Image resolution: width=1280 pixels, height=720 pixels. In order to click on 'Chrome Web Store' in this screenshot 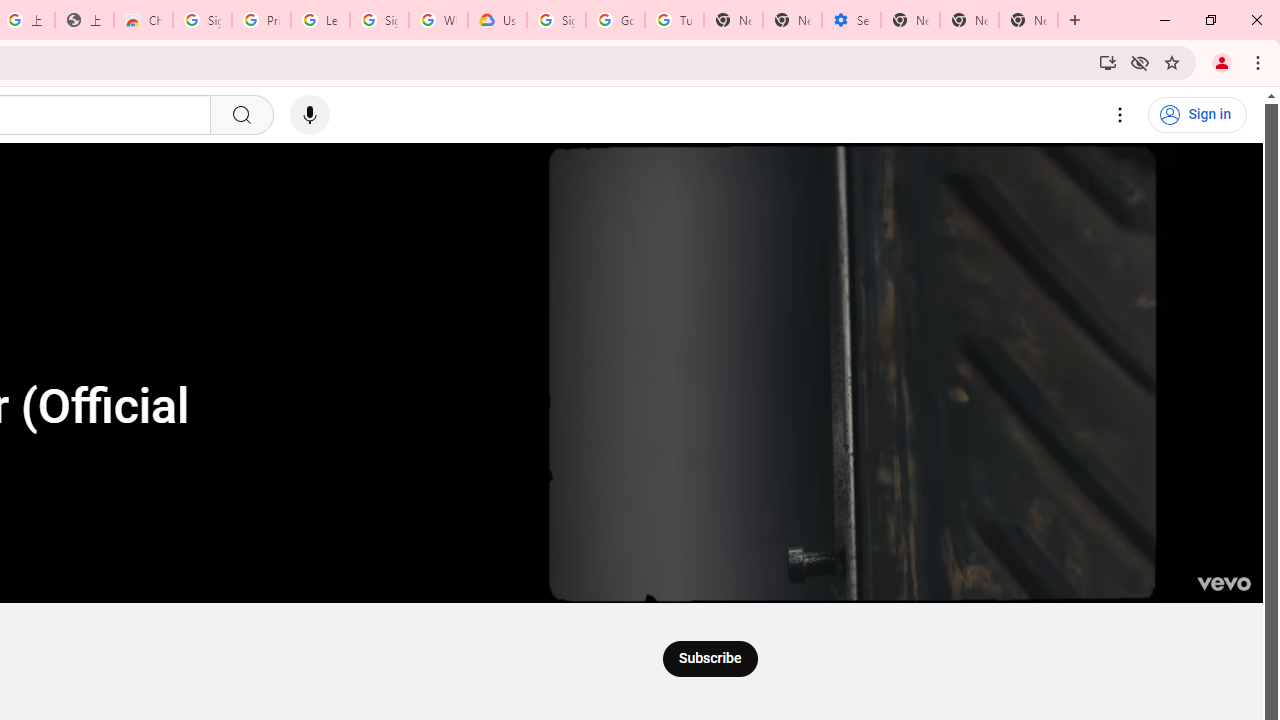, I will do `click(142, 20)`.